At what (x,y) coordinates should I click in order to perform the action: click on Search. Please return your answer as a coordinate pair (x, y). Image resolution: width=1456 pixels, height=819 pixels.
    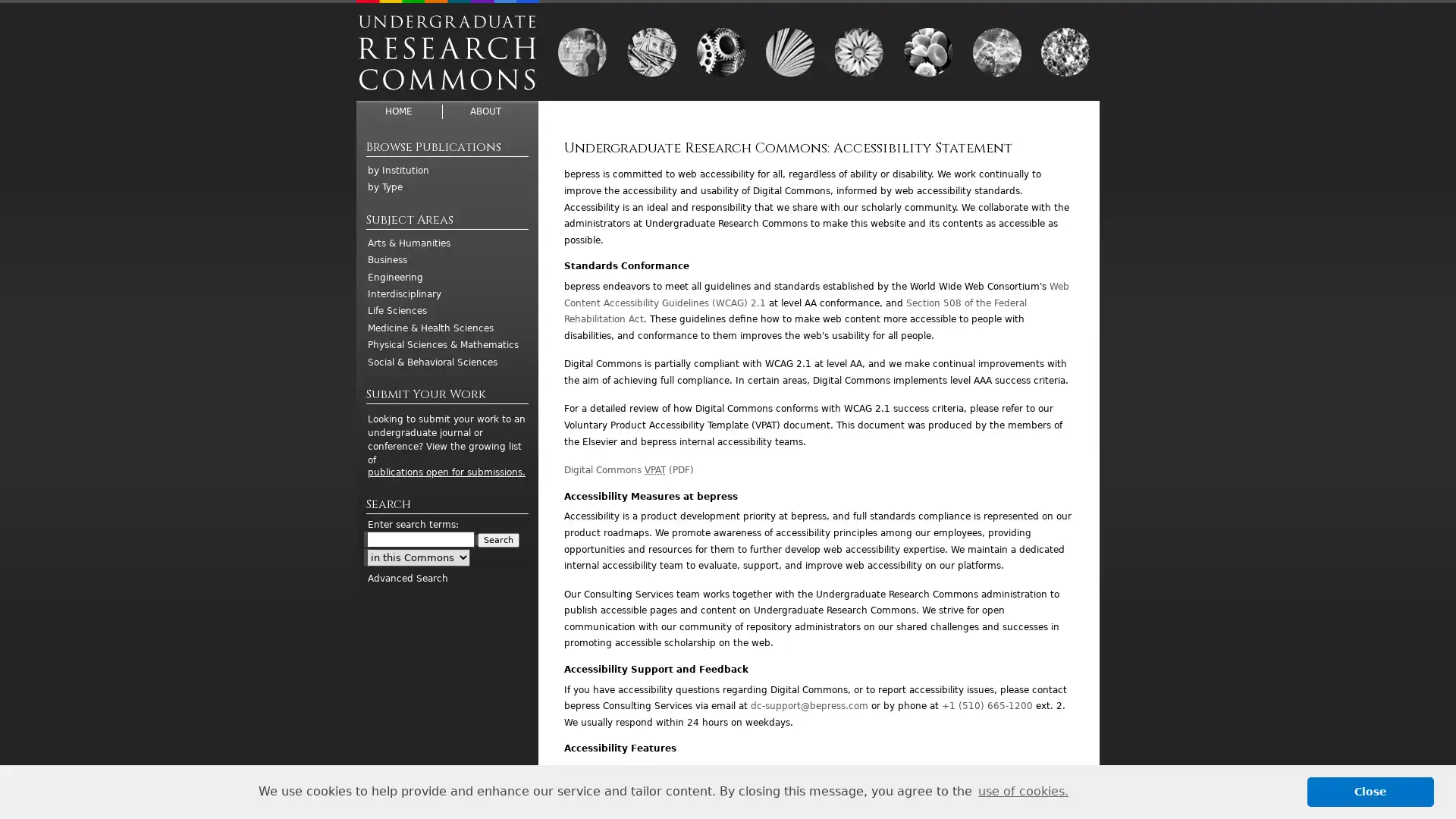
    Looking at the image, I should click on (498, 539).